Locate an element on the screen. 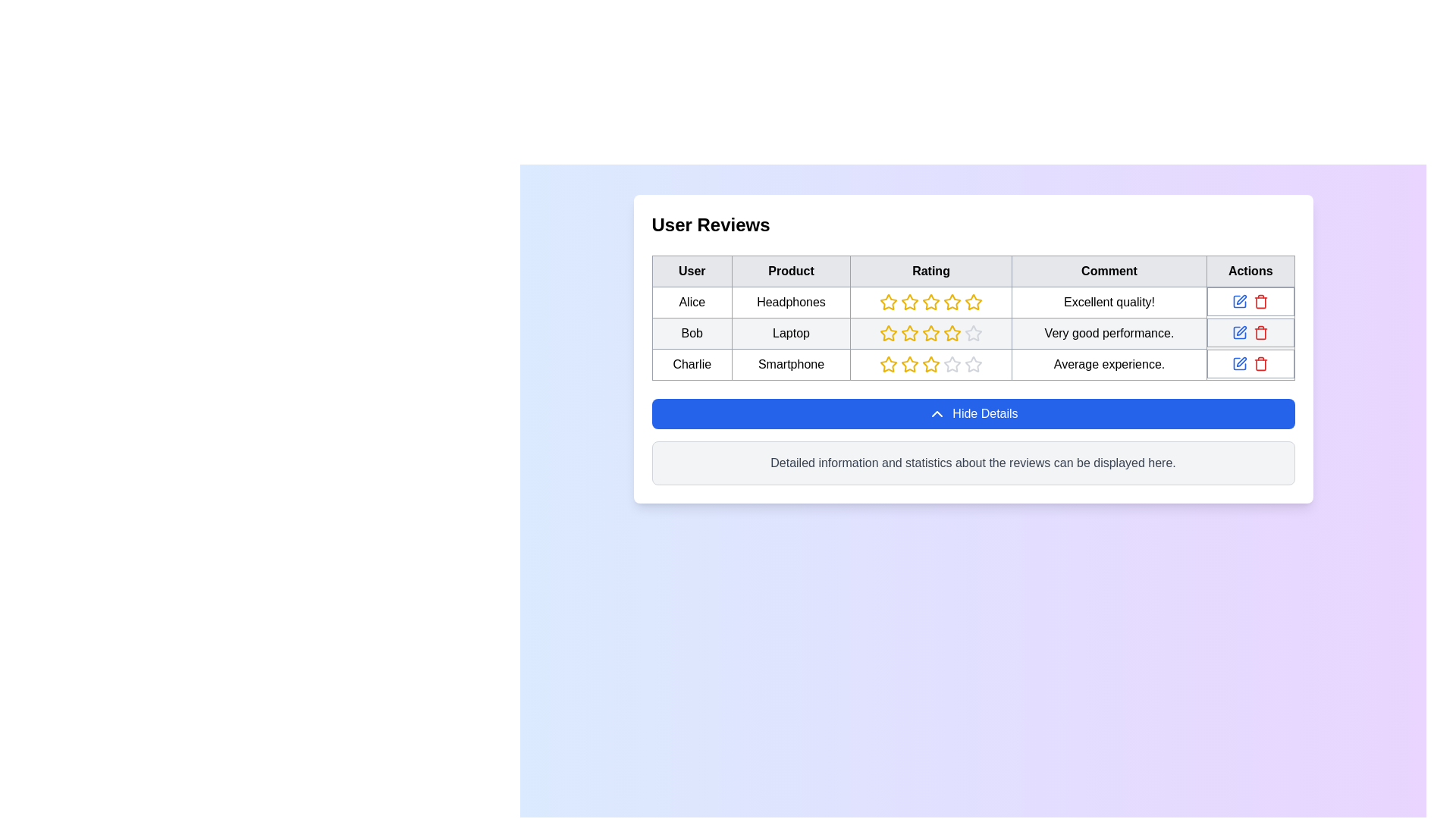 Image resolution: width=1456 pixels, height=819 pixels. the edit icon in the 'Actions' column of the 'User Reviews' table corresponding to the first row associated with 'Alice' is located at coordinates (1240, 301).